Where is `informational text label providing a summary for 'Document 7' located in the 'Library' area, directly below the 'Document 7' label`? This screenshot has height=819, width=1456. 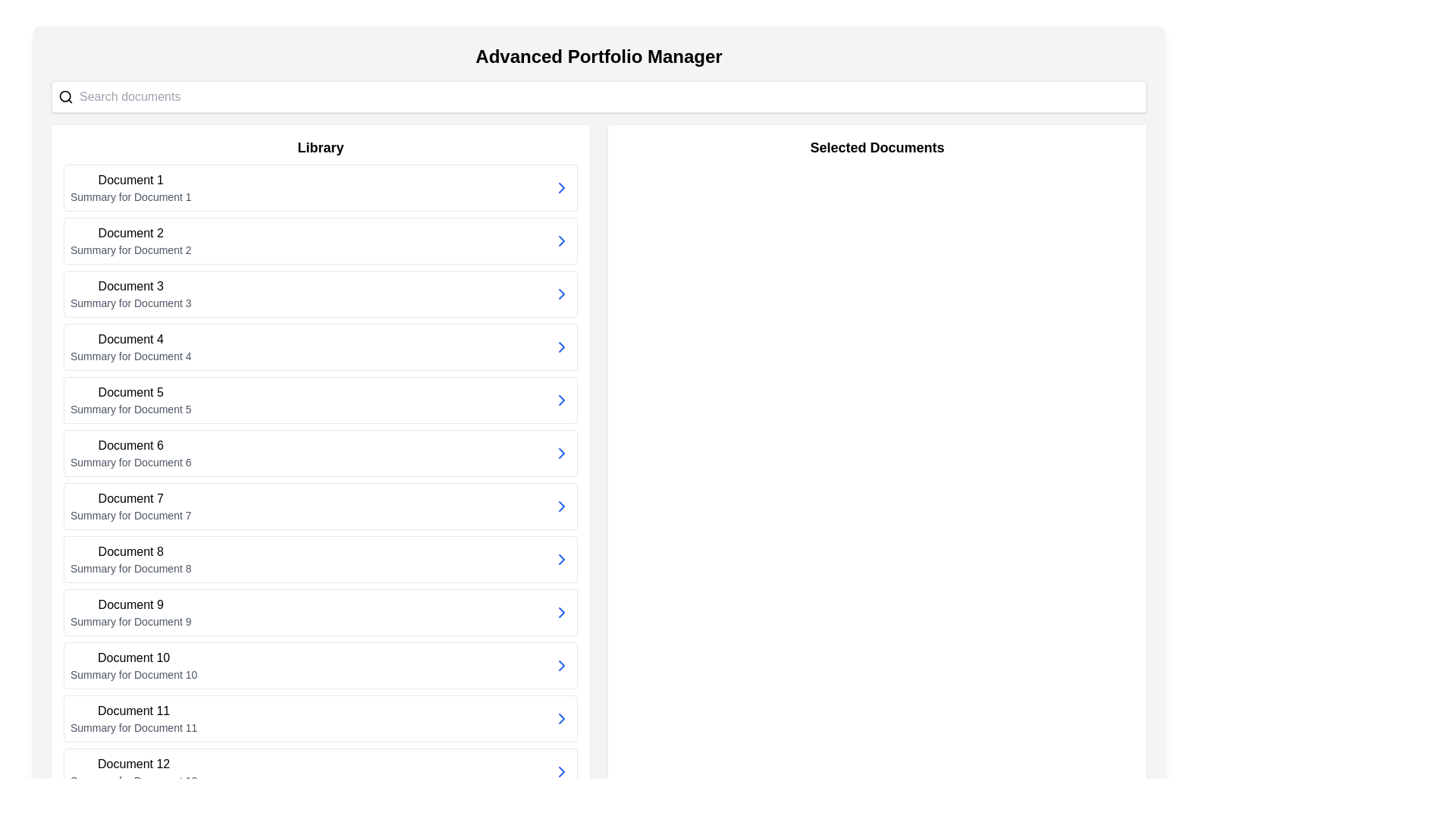 informational text label providing a summary for 'Document 7' located in the 'Library' area, directly below the 'Document 7' label is located at coordinates (130, 514).